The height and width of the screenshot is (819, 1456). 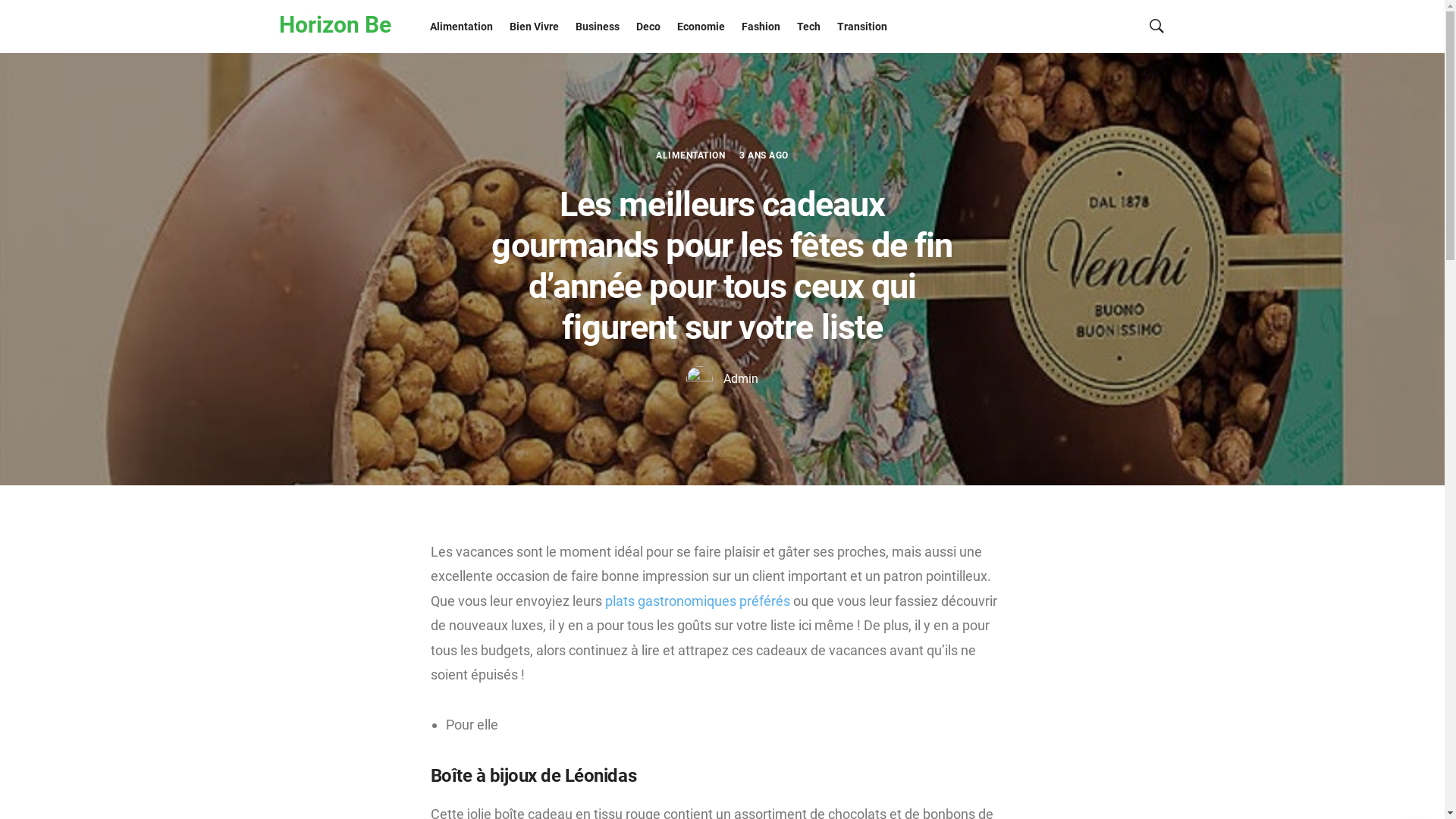 I want to click on 'Fashion', so click(x=732, y=26).